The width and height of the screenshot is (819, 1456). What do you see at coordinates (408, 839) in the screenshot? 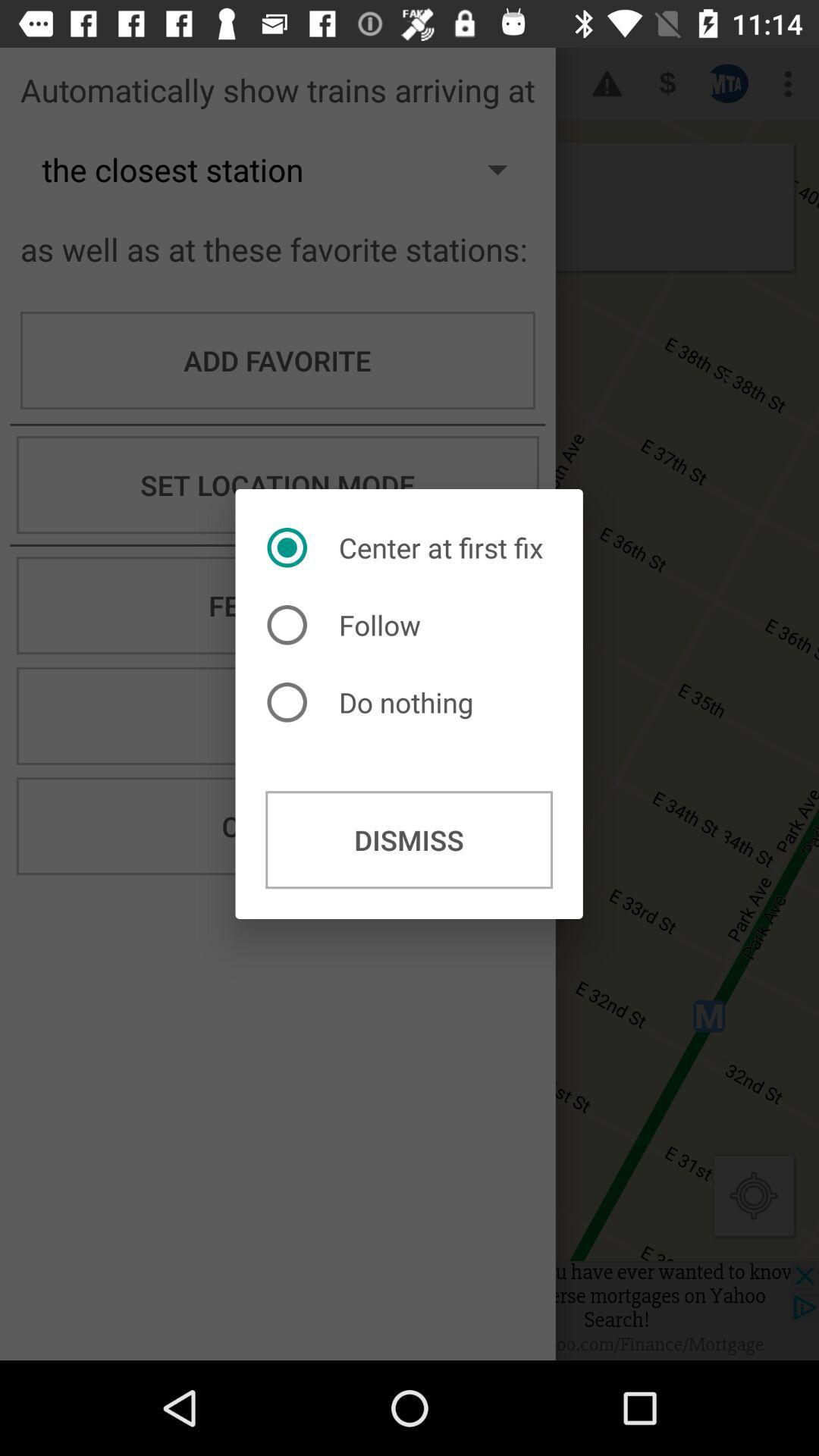
I see `item below the do nothing item` at bounding box center [408, 839].